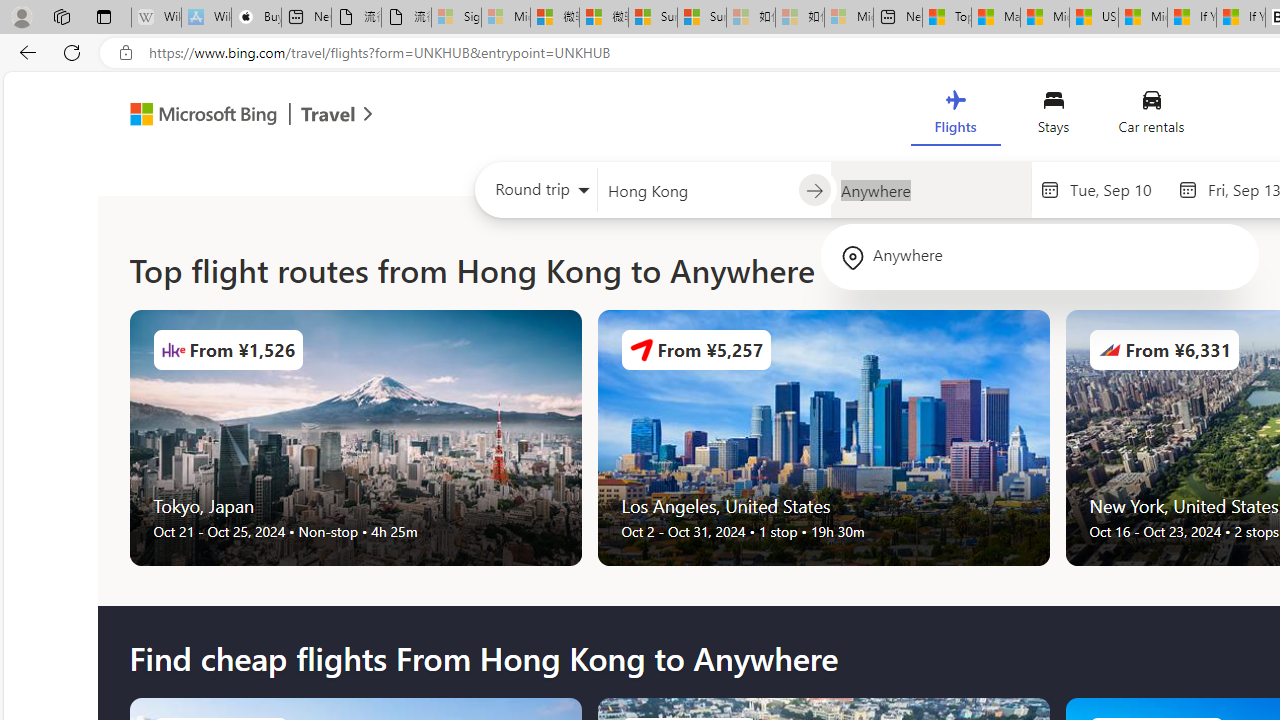  What do you see at coordinates (230, 117) in the screenshot?
I see `'Microsoft Bing Travel'` at bounding box center [230, 117].